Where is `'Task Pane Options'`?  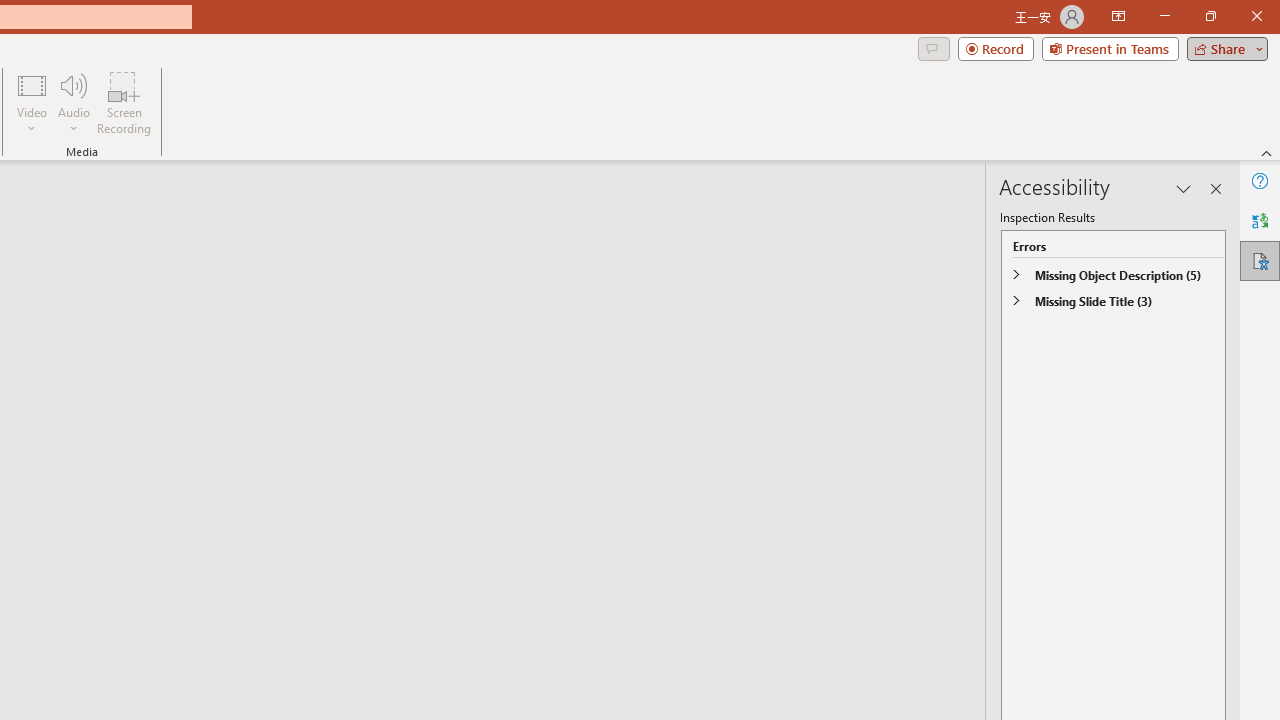 'Task Pane Options' is located at coordinates (1184, 189).